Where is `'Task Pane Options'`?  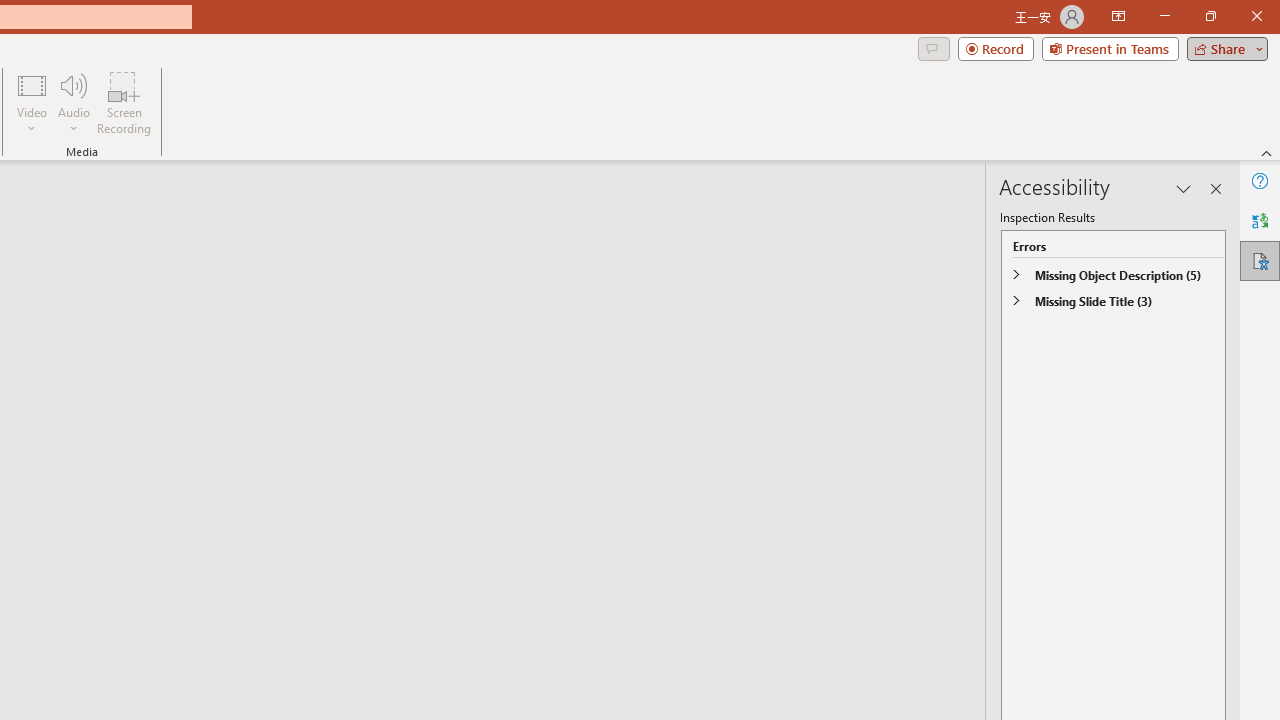 'Task Pane Options' is located at coordinates (1184, 189).